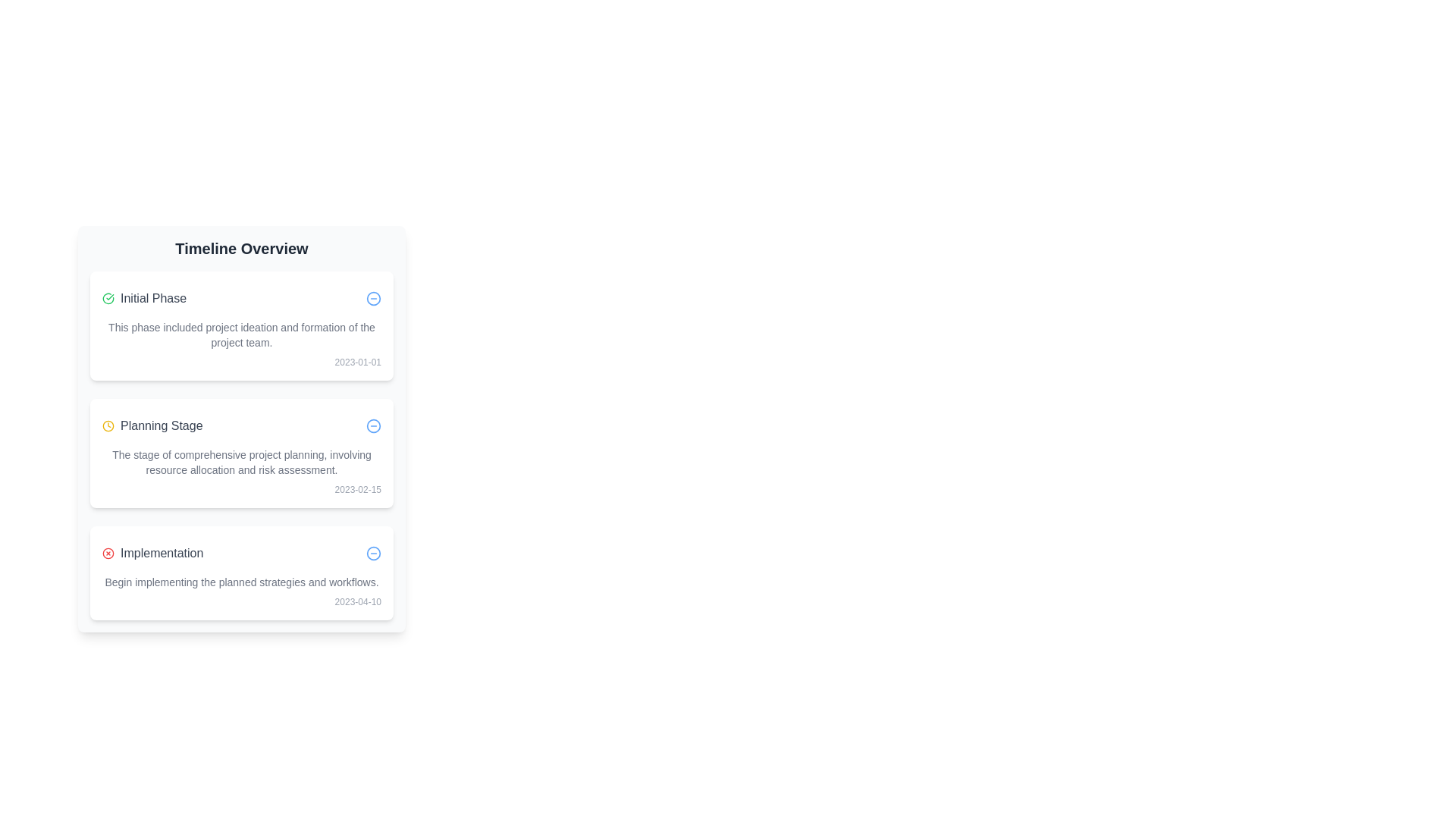 Image resolution: width=1456 pixels, height=819 pixels. What do you see at coordinates (240, 581) in the screenshot?
I see `the text label reading 'Begin implementing the planned strategies and workflows.' located in the 'Implementation' timeline card` at bounding box center [240, 581].